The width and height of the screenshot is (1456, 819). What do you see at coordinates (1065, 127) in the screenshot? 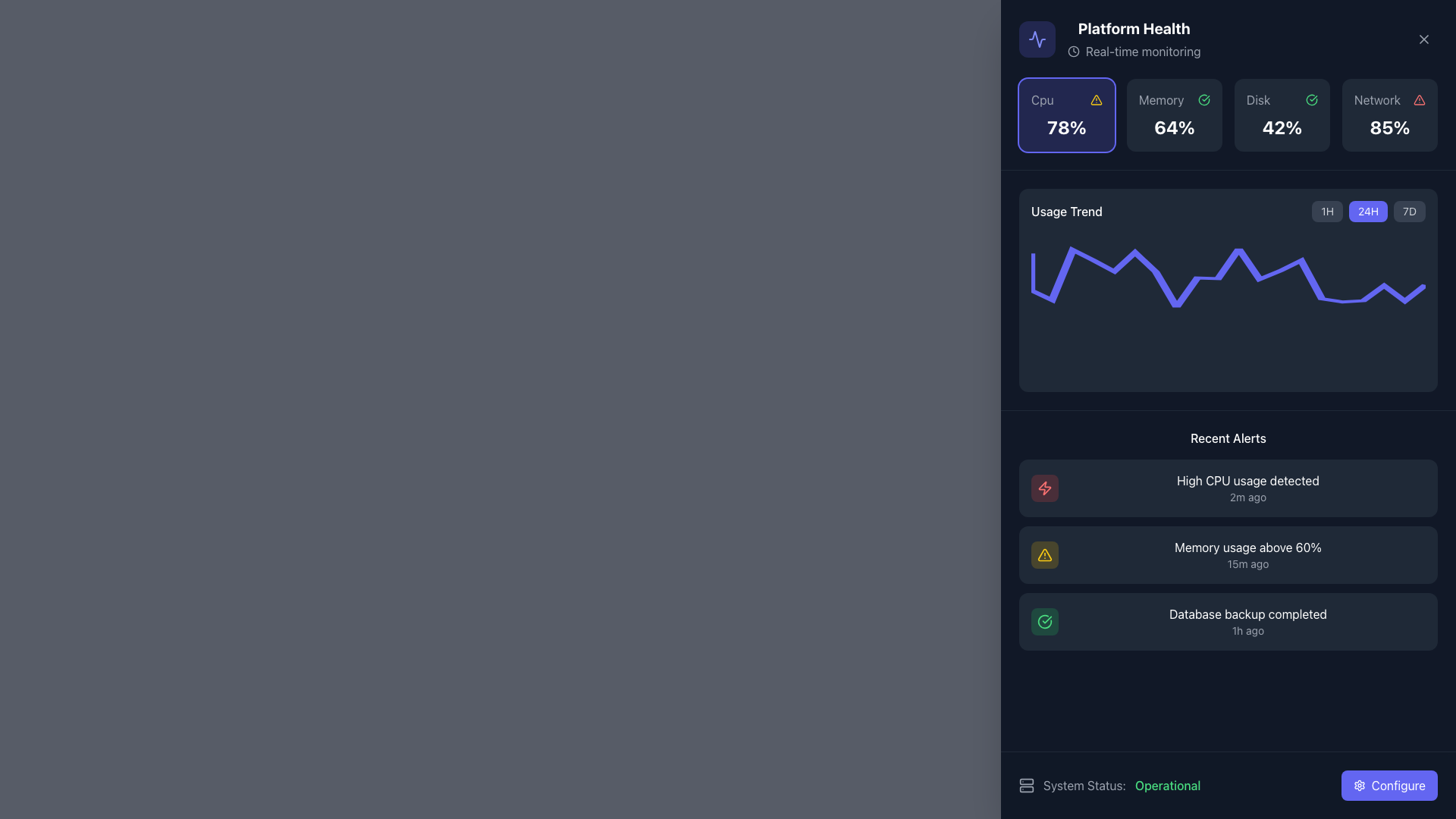
I see `the numeric text element displaying '78%' in bold, large white font against a dark blue background to check for additional functionality or information` at bounding box center [1065, 127].